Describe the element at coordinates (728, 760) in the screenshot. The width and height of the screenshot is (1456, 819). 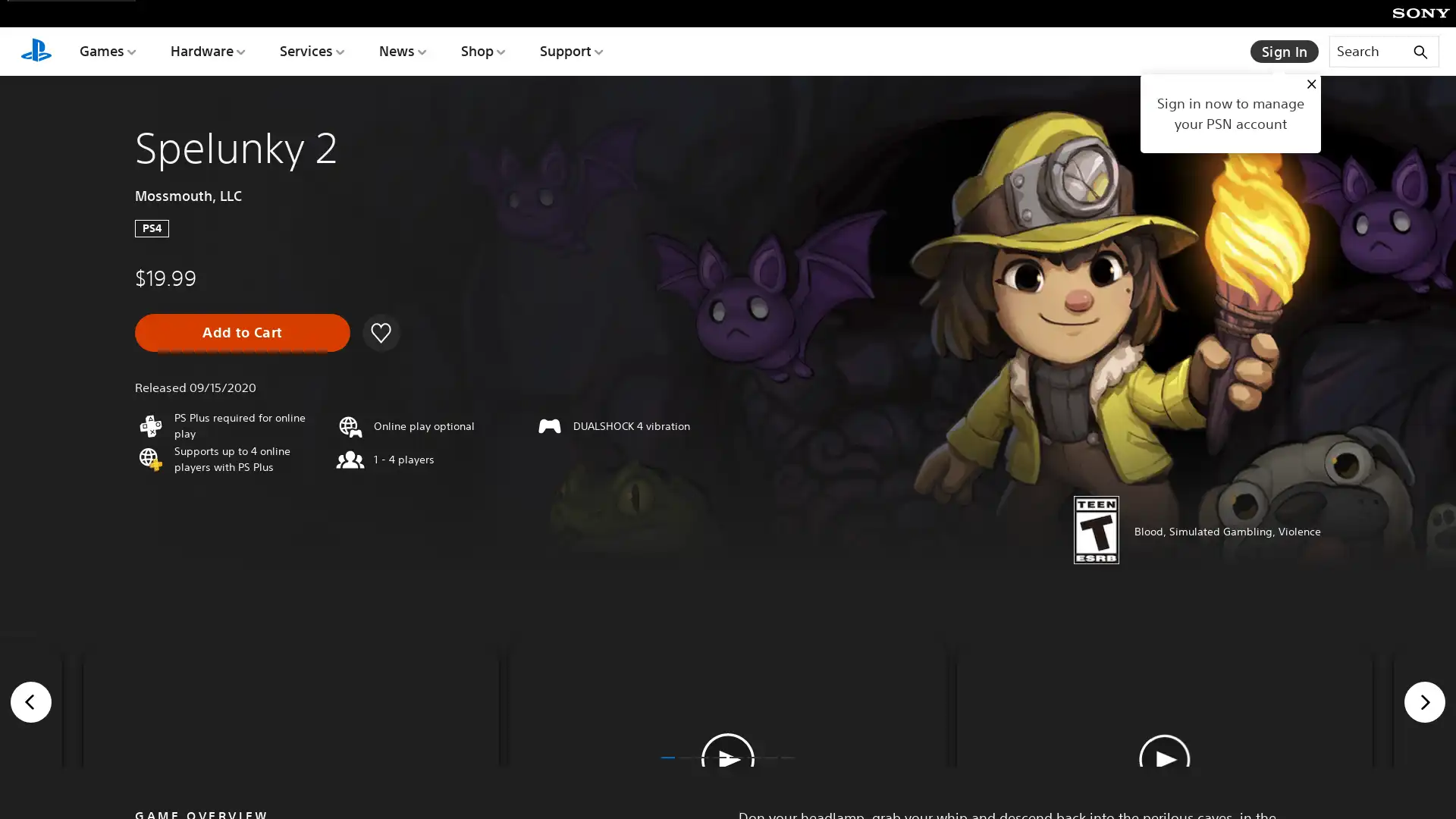
I see `Pause Media2` at that location.